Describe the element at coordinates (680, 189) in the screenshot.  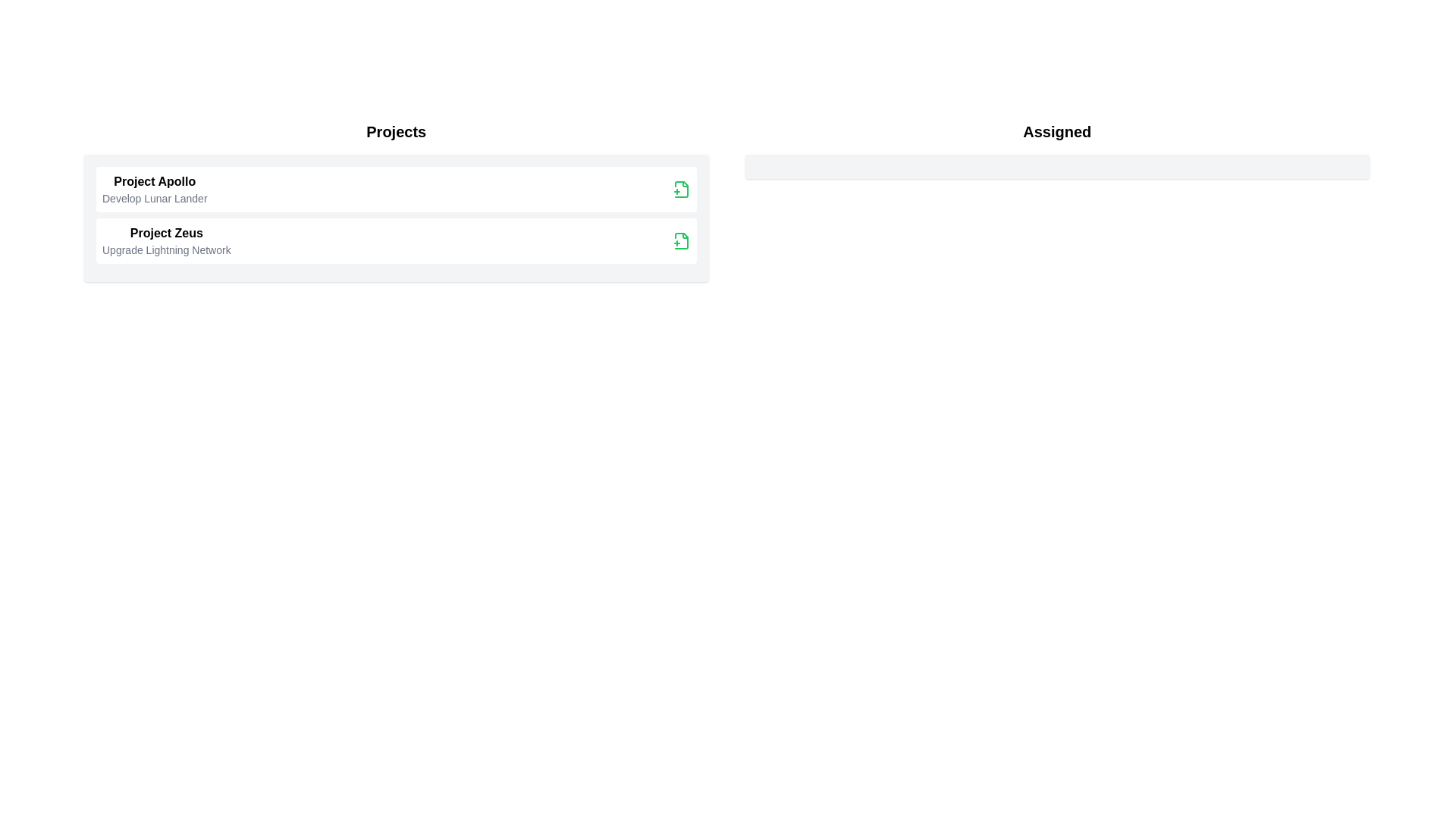
I see `the green icon next to the project to assign it to the 'Assigned' list` at that location.